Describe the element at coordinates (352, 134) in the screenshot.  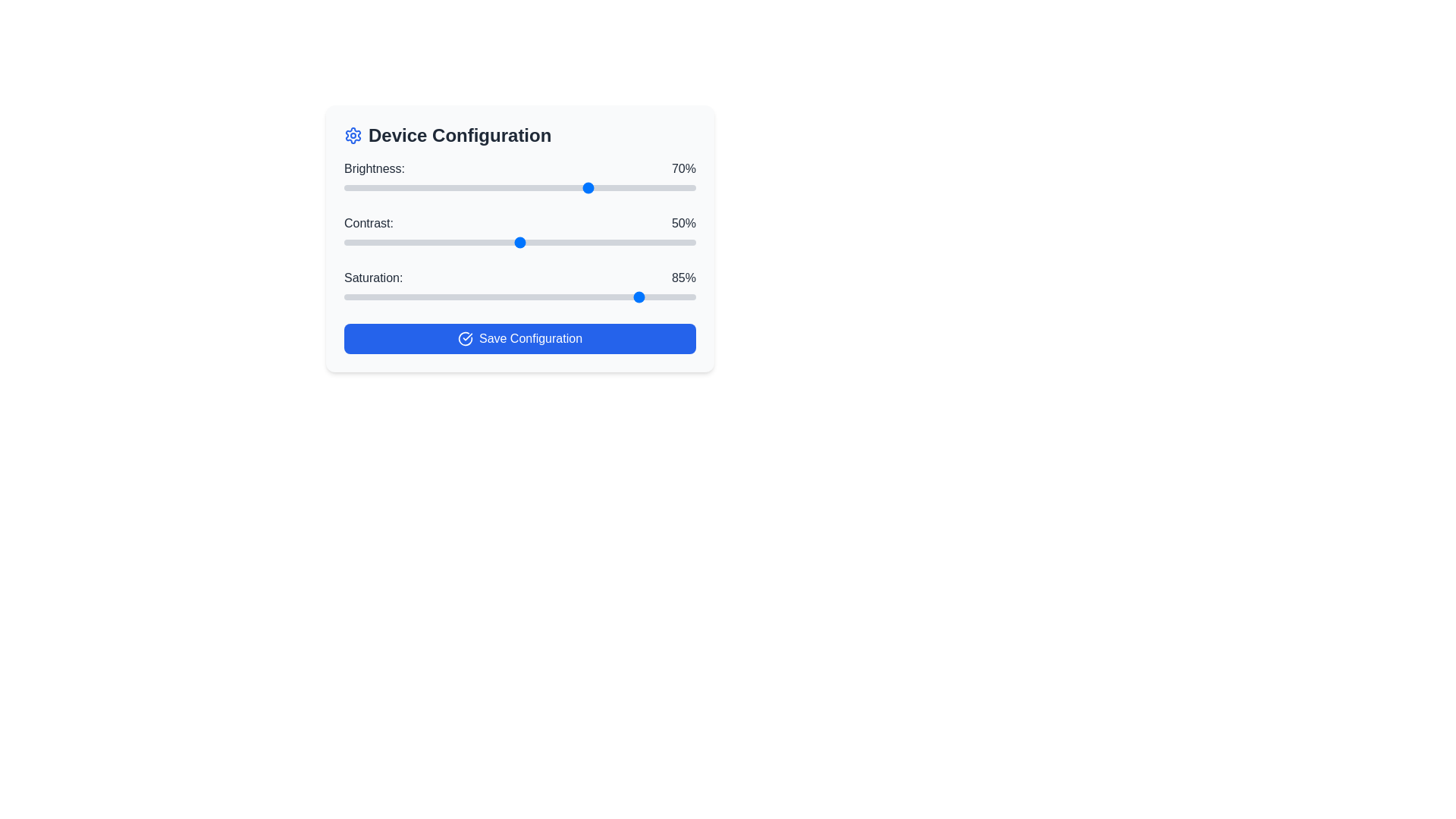
I see `the settings gear icon, which is a blue cogwheel located to the left of the 'Device Configuration' text` at that location.